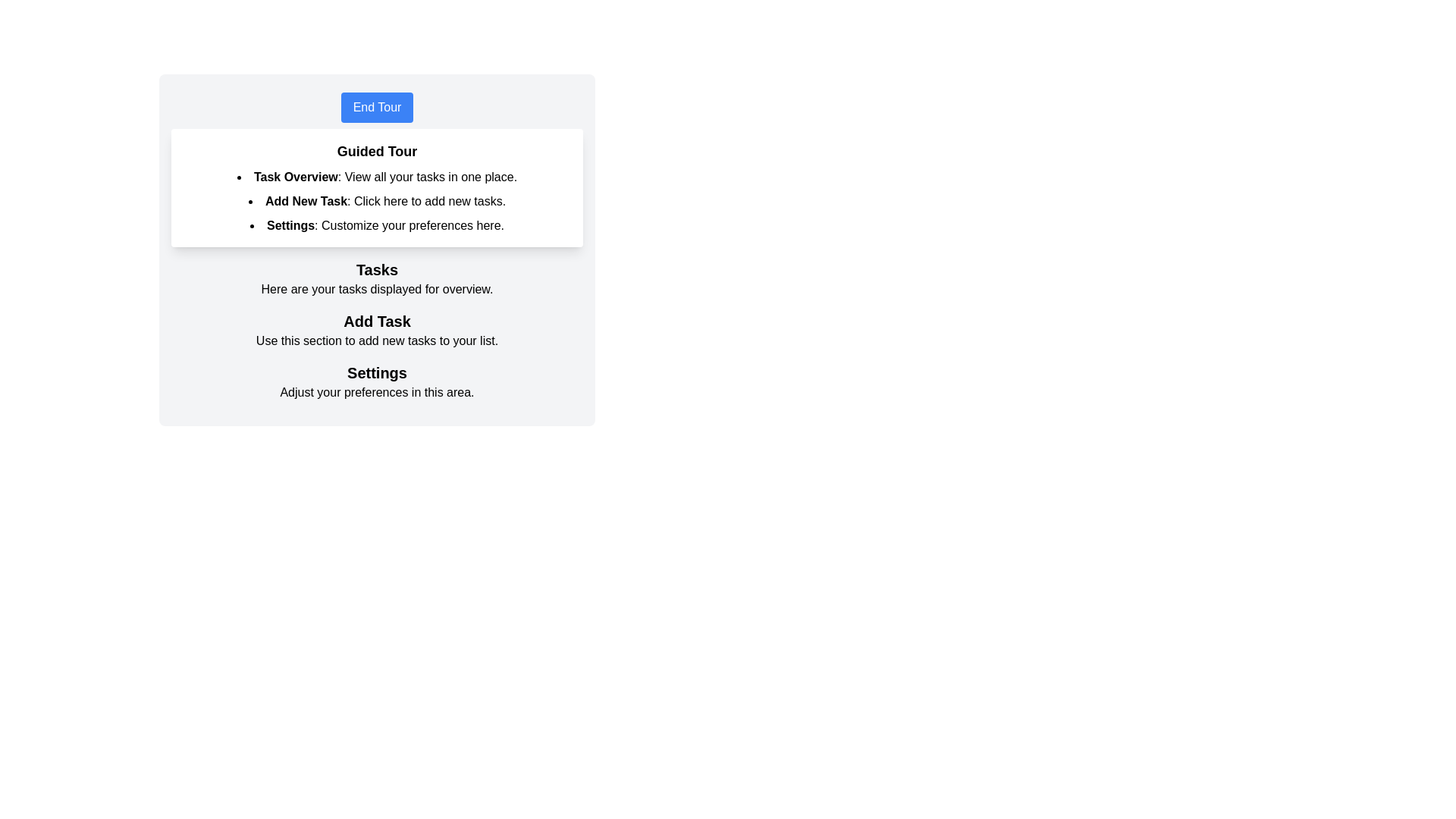  Describe the element at coordinates (377, 225) in the screenshot. I see `the descriptive text element in the 'Guided Tour' section, which is the last item in a bullet point list explaining the settings feature` at that location.